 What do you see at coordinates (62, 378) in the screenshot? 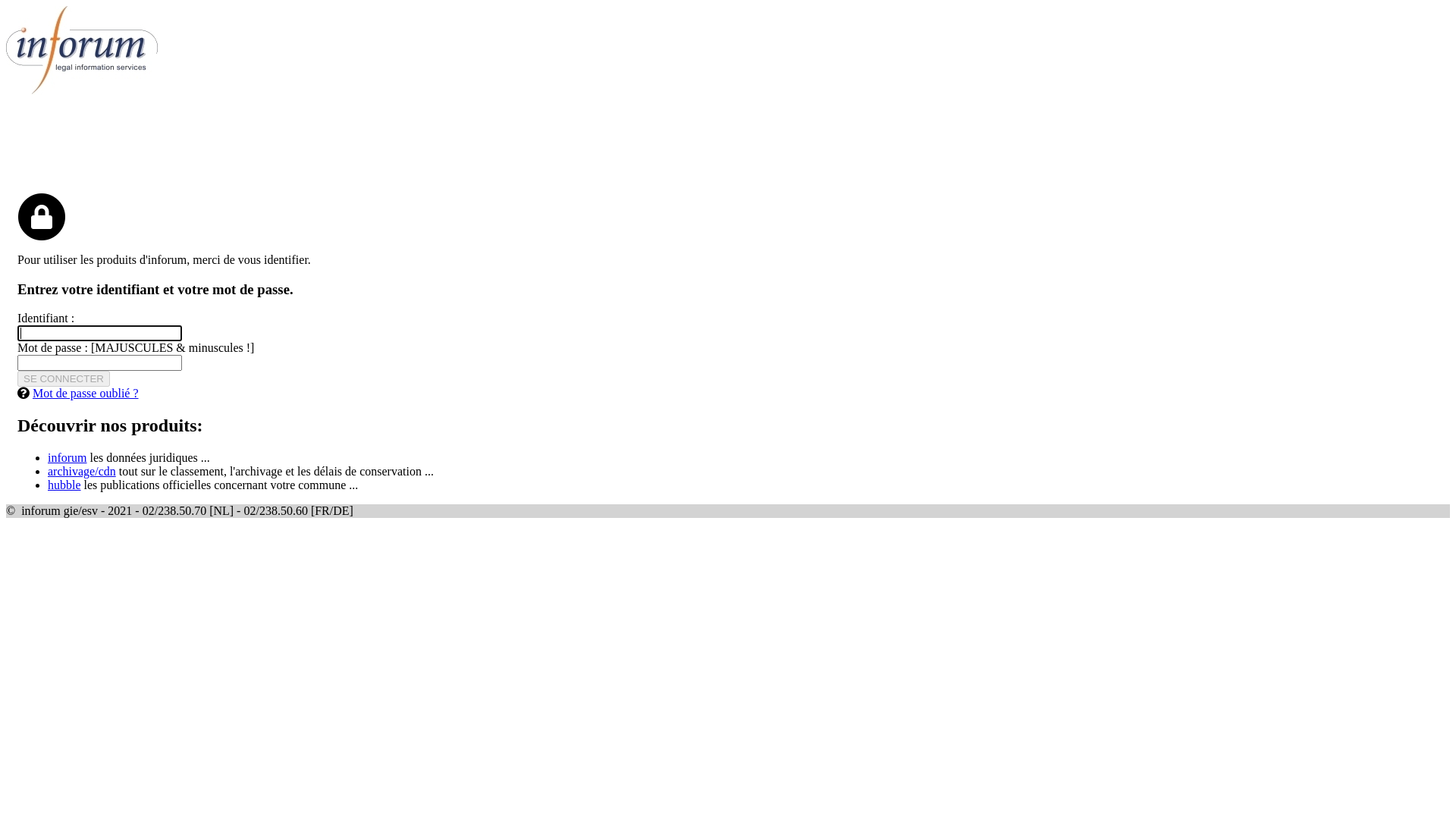
I see `'SE CONNECTER'` at bounding box center [62, 378].